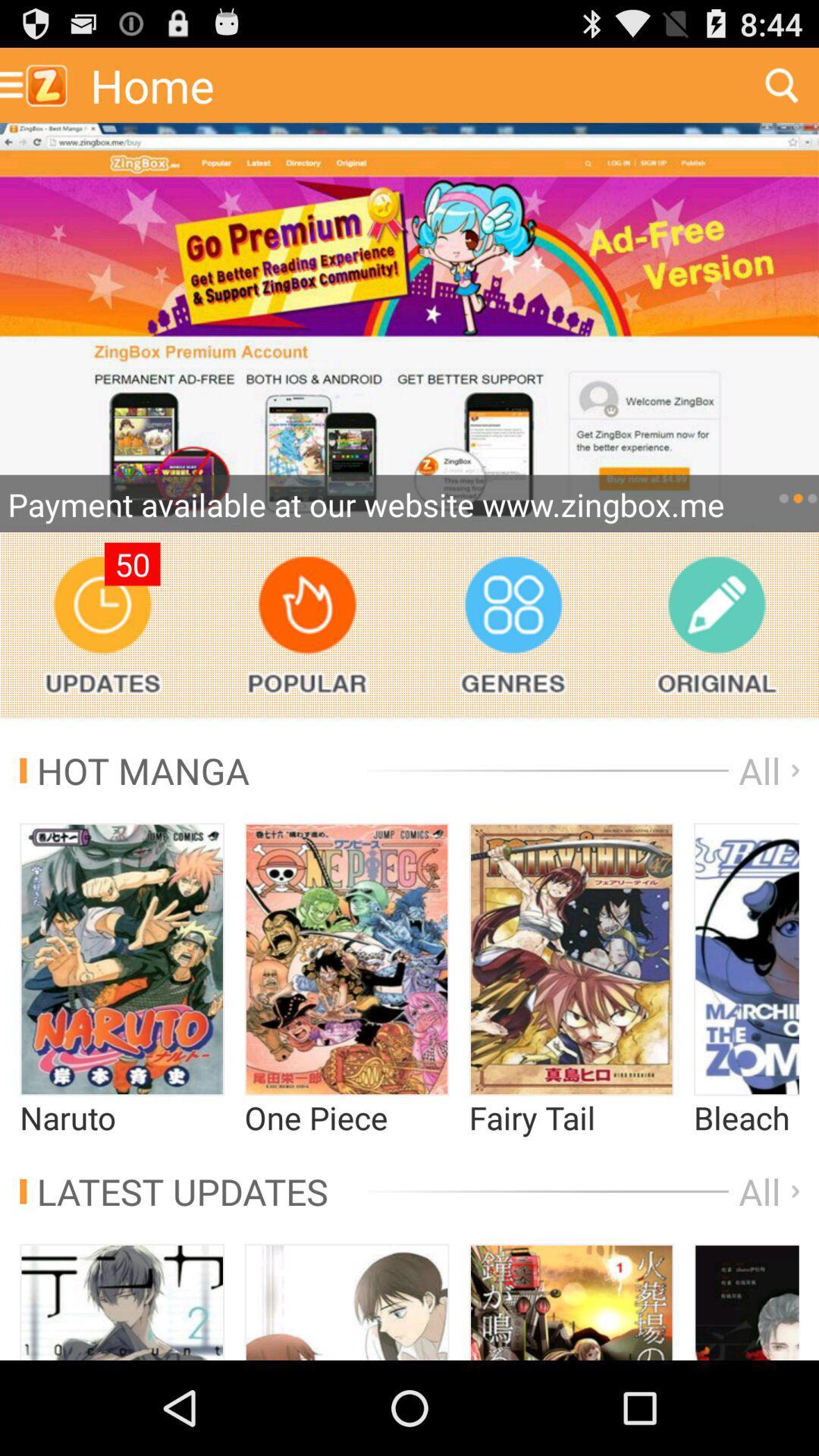 The width and height of the screenshot is (819, 1456). What do you see at coordinates (745, 1301) in the screenshot?
I see `that book` at bounding box center [745, 1301].